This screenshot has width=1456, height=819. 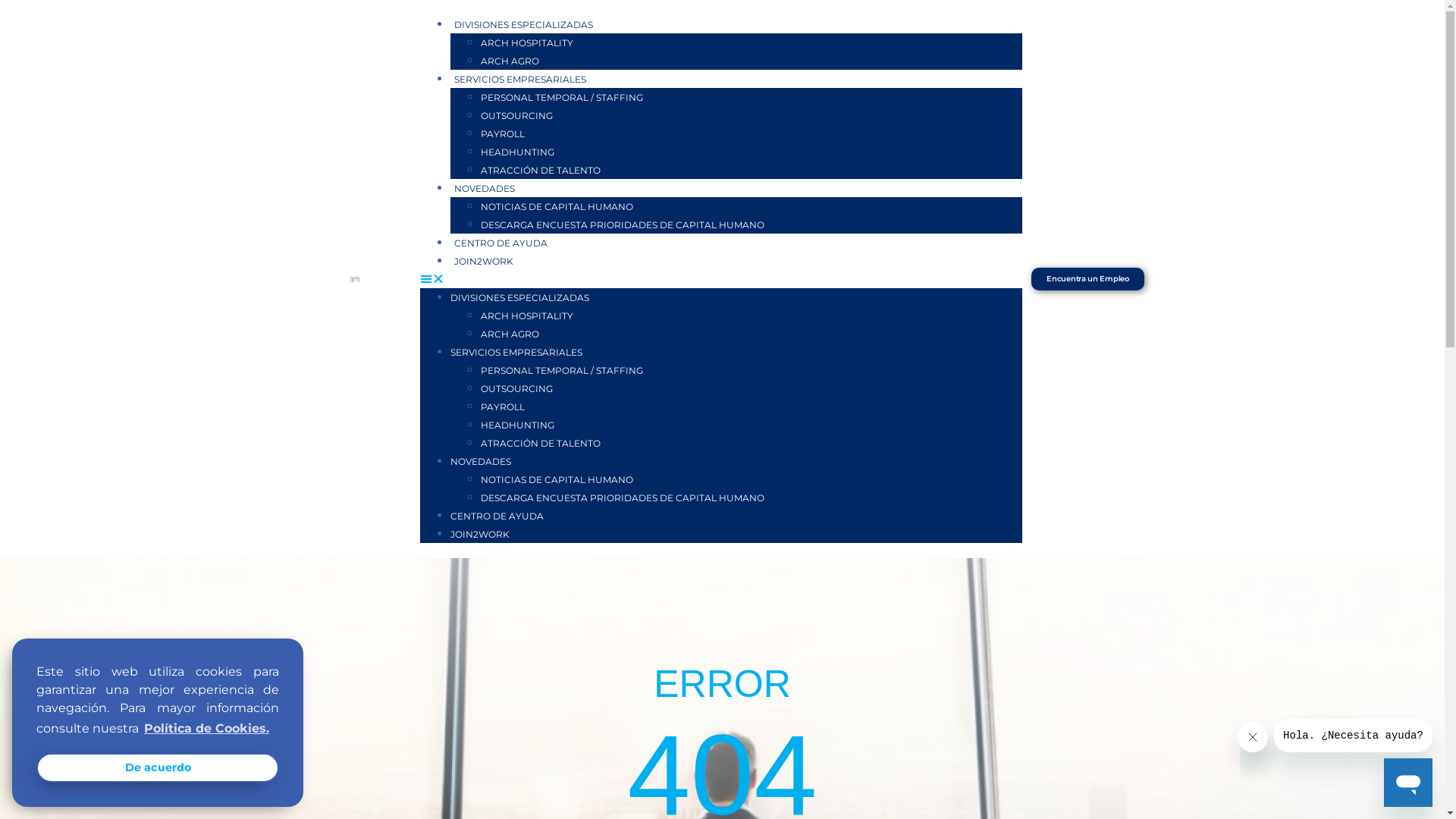 I want to click on 'SERVICIOS EMPRESARIALES', so click(x=516, y=352).